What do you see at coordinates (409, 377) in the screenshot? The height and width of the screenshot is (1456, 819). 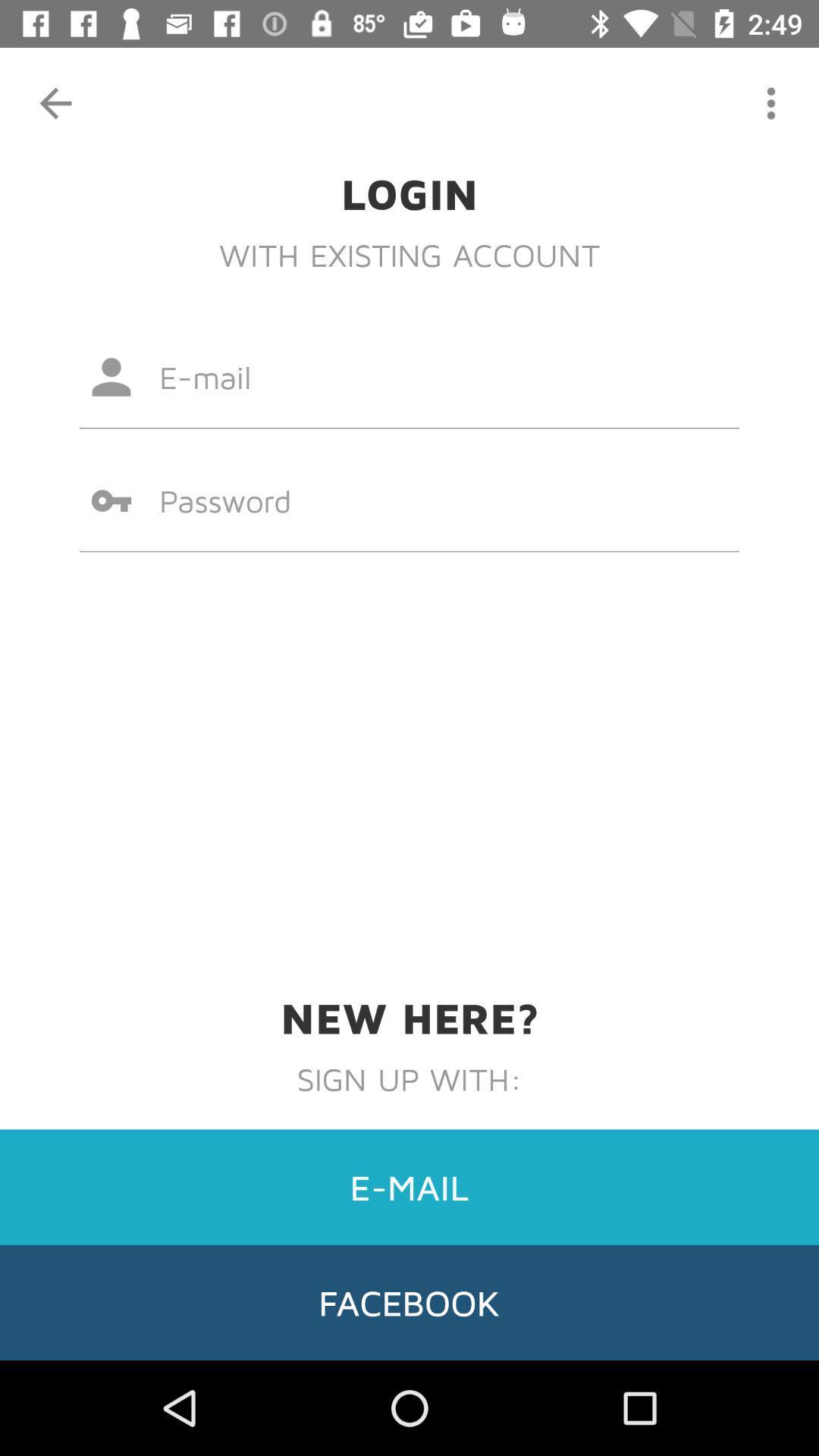 I see `the icon below with existing account icon` at bounding box center [409, 377].